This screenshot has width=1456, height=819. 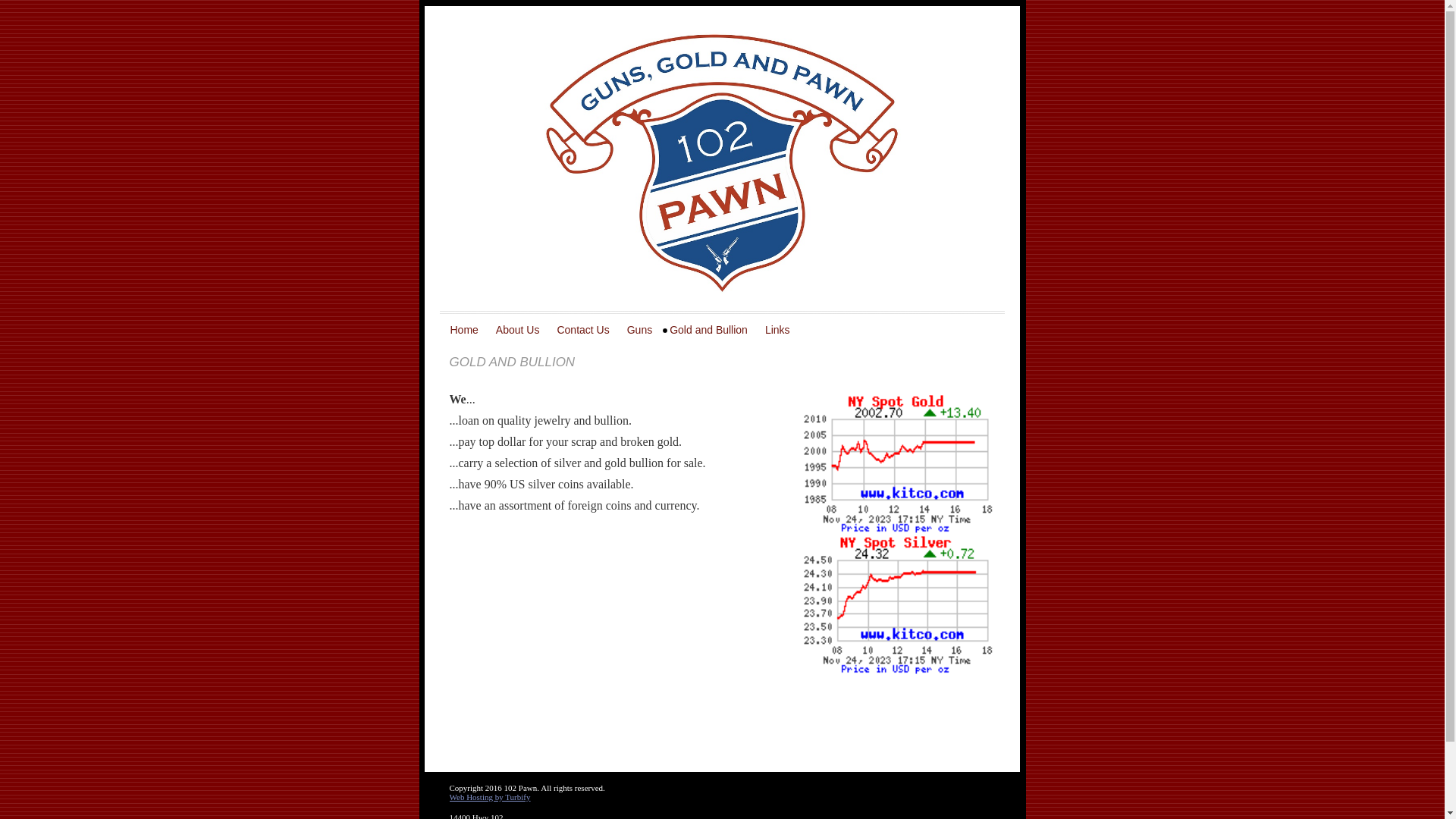 I want to click on 'Links', so click(x=779, y=329).